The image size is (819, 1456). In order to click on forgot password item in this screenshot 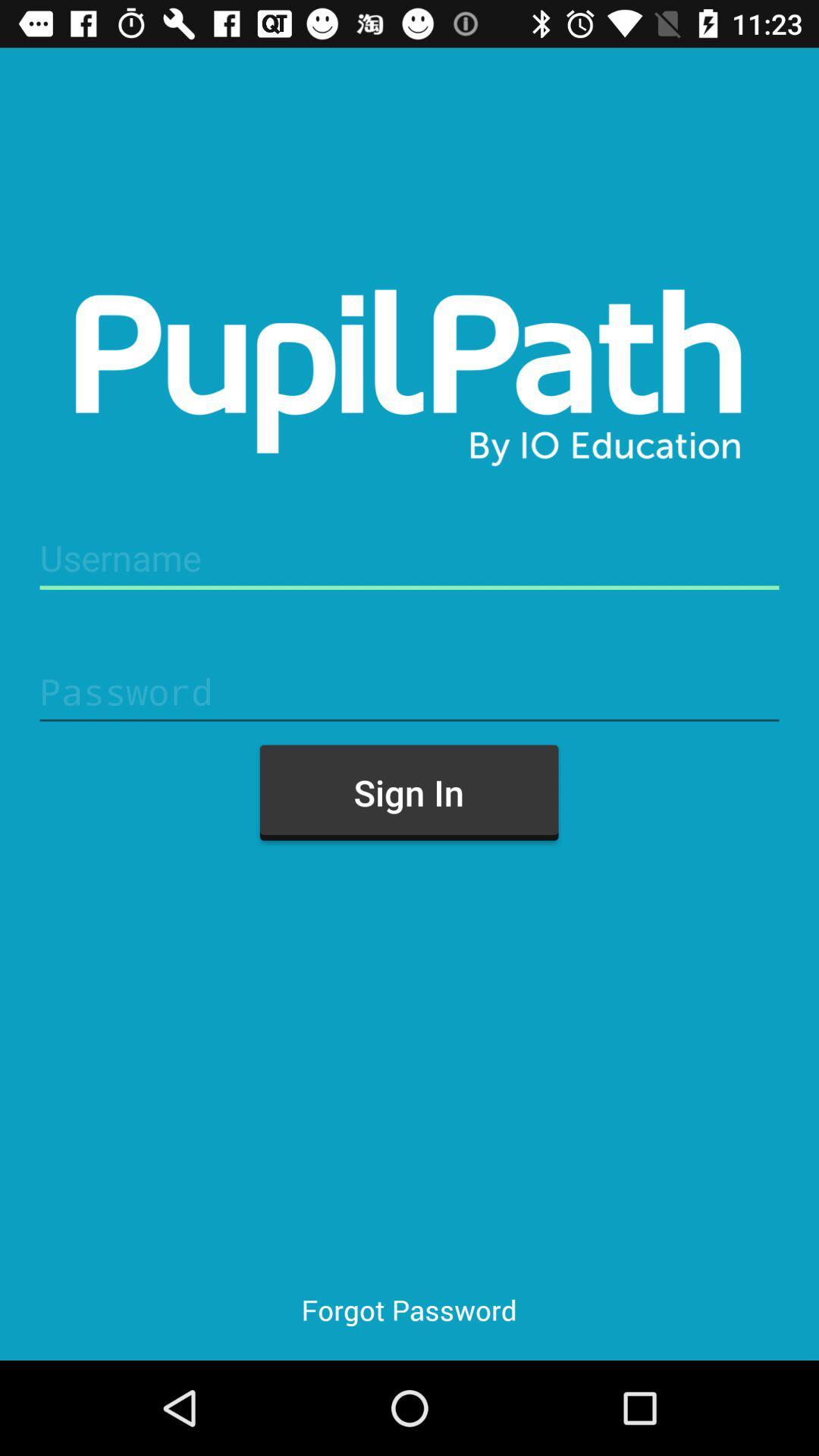, I will do `click(408, 1309)`.